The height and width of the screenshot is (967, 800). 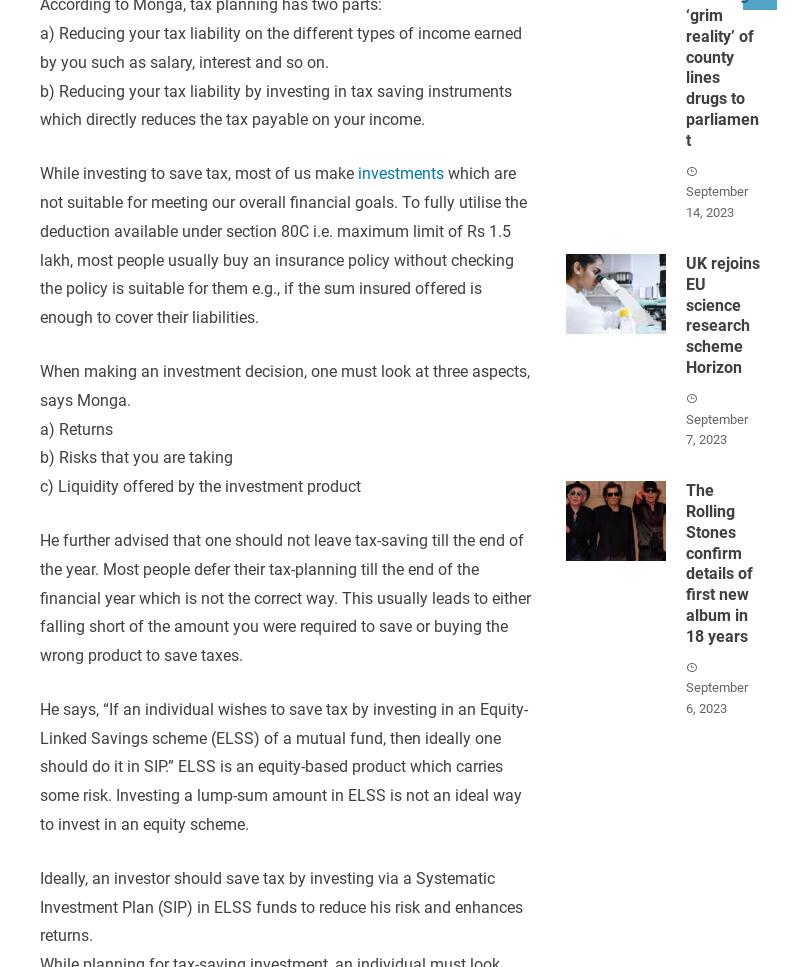 I want to click on 'While investing to save tax, most of us make', so click(x=197, y=173).